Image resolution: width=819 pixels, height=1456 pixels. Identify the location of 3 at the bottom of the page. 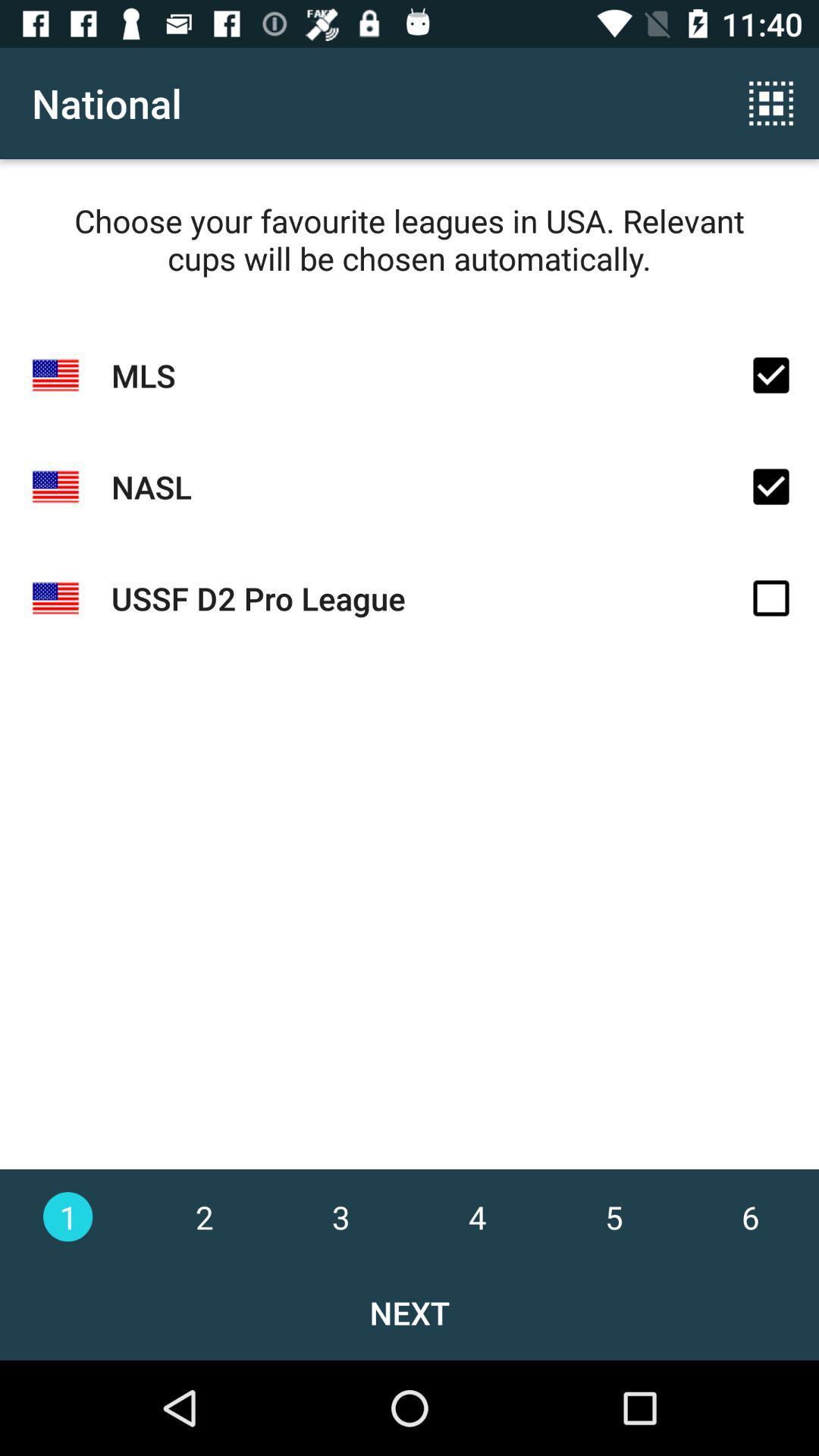
(341, 1216).